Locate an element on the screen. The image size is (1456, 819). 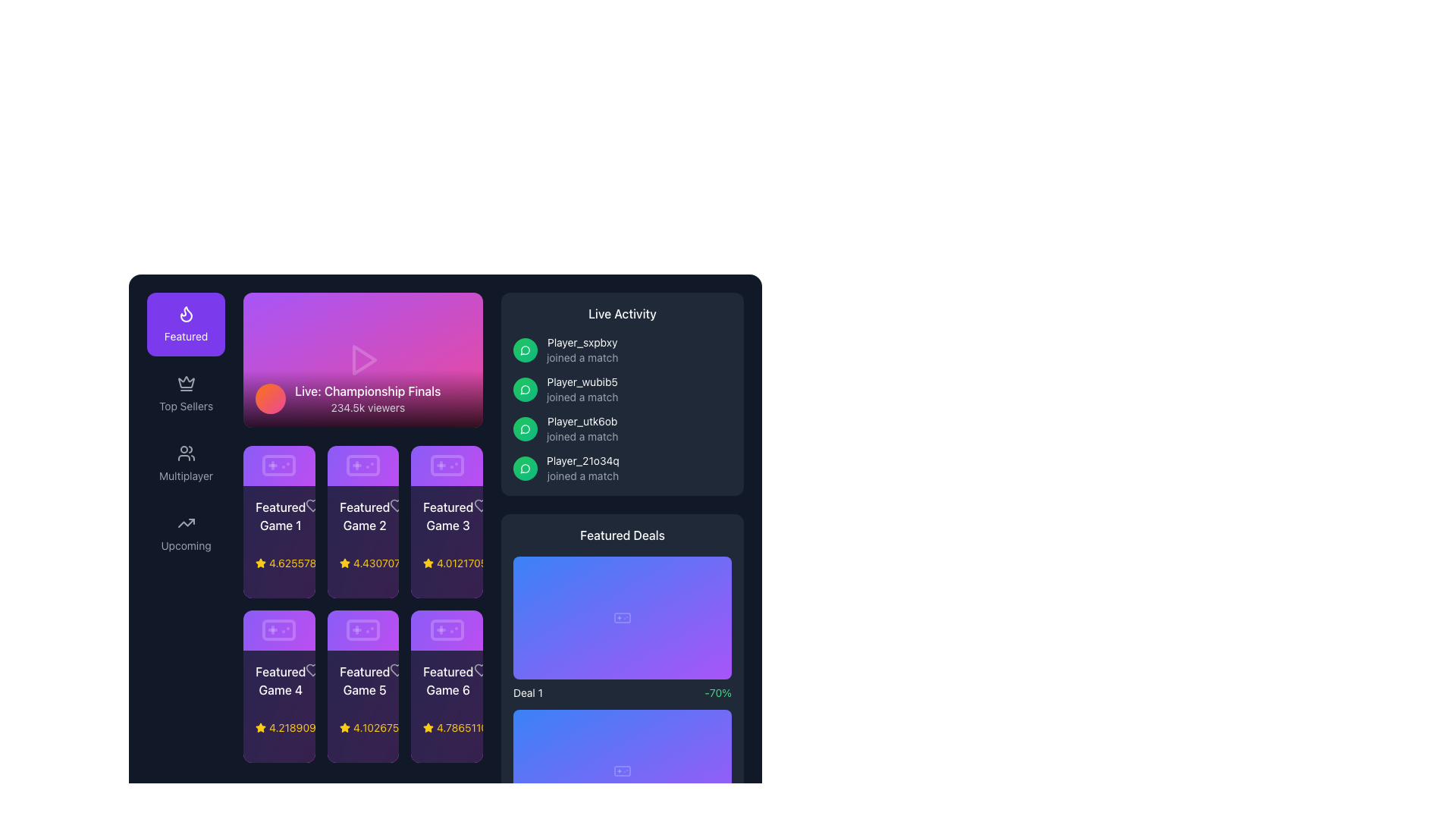
the static text element that informs the user about 'Player_sxpbxy' joining a game, located in the 'Live Activity' section on the right pane of the interface is located at coordinates (582, 350).